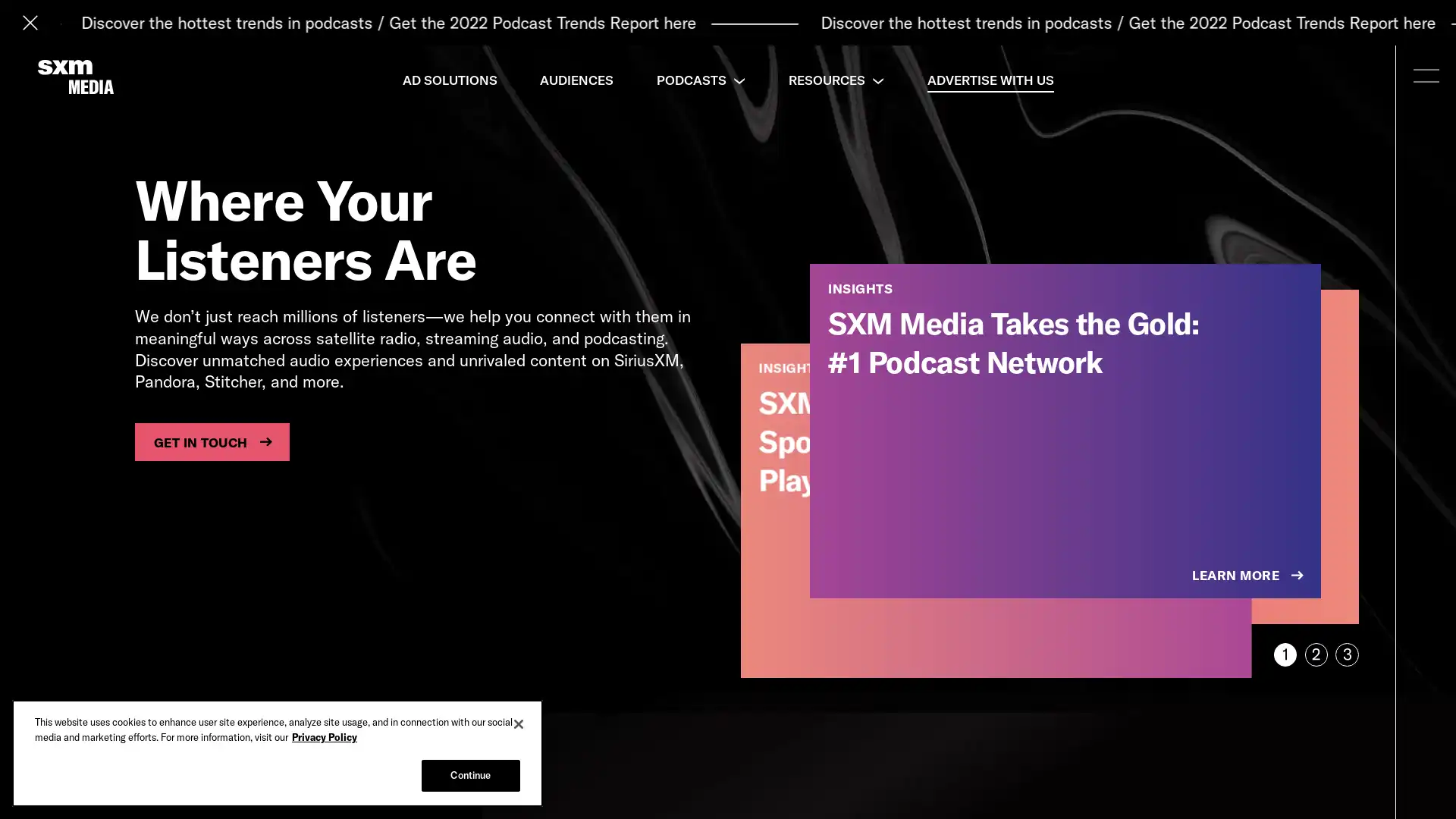  I want to click on Continue, so click(469, 775).